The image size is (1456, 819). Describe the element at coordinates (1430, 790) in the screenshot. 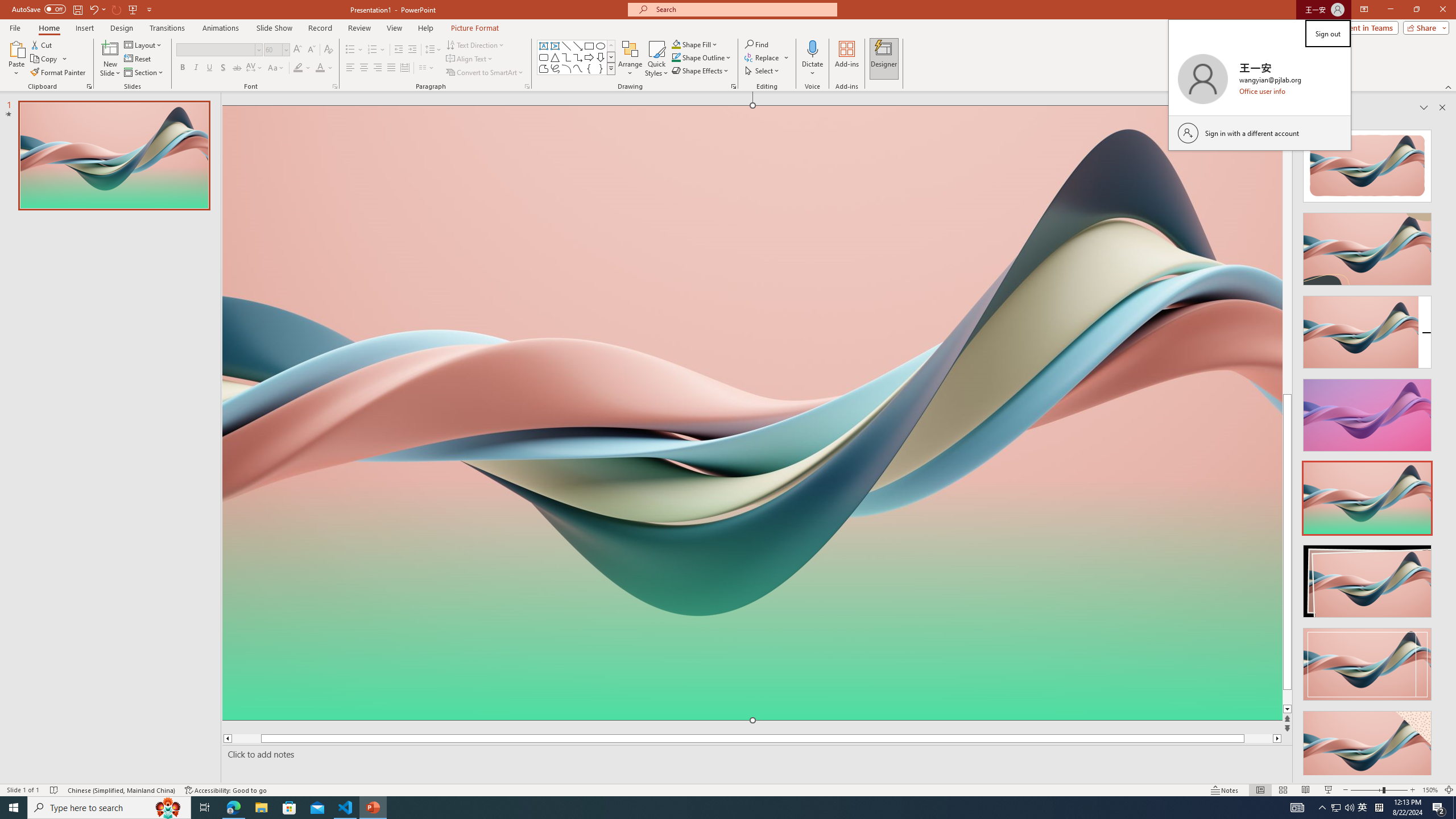

I see `'Zoom 150%'` at that location.